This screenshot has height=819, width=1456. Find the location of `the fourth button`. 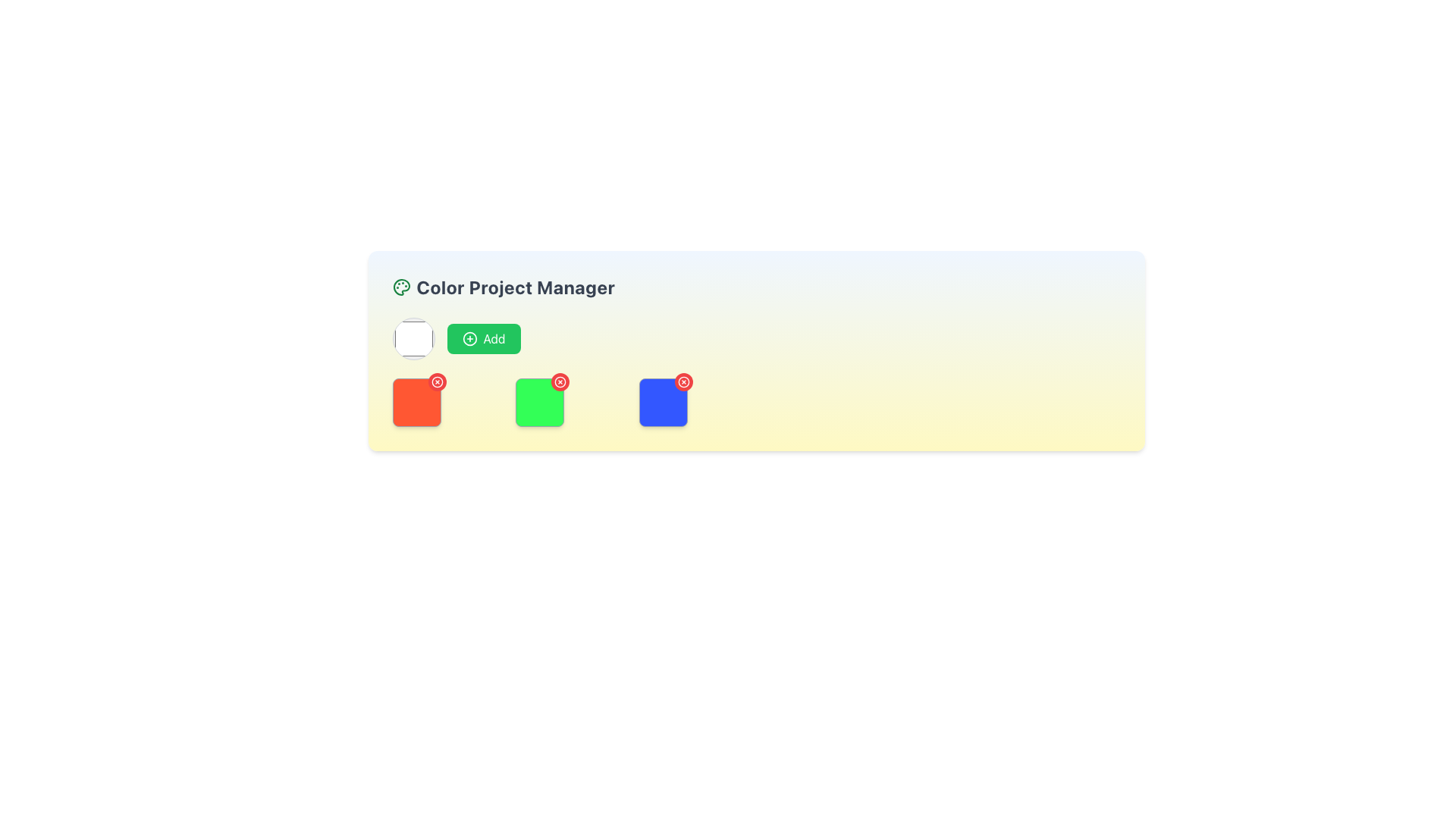

the fourth button is located at coordinates (663, 402).